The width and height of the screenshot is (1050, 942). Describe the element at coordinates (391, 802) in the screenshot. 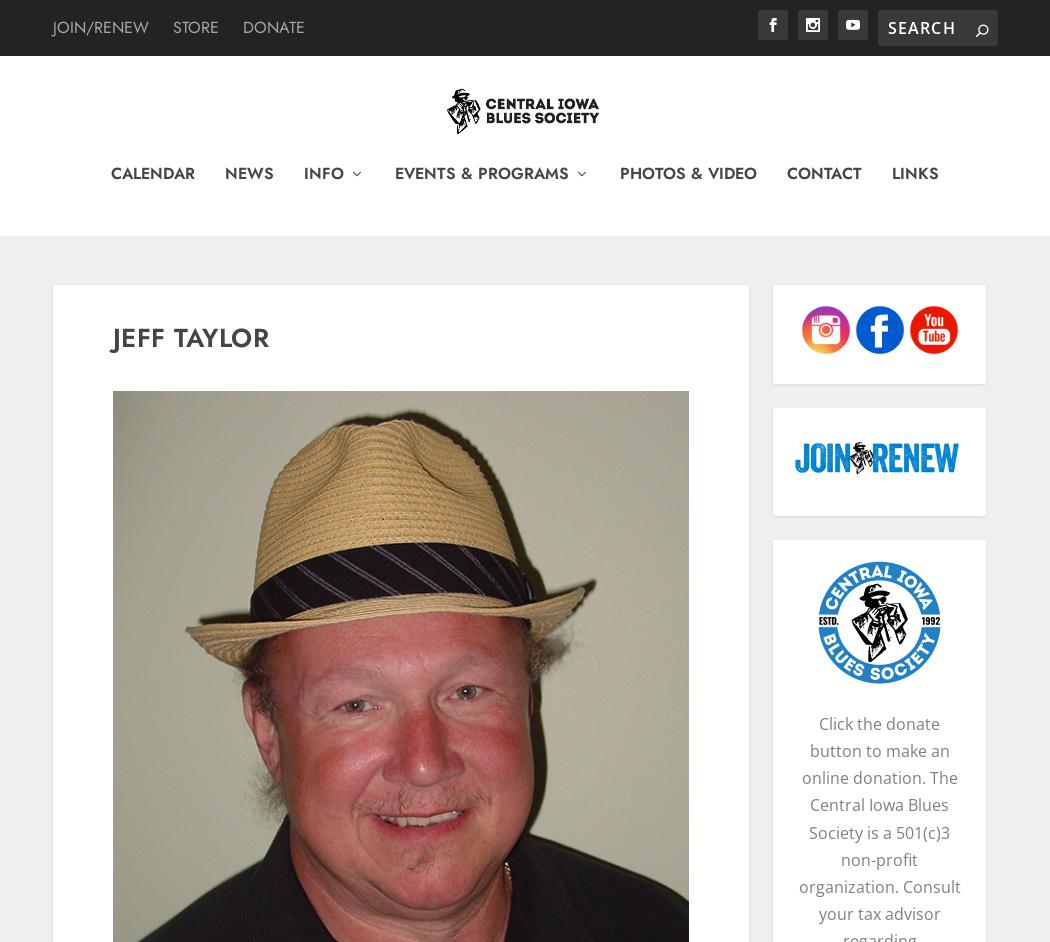

I see `'Media & Advertising'` at that location.